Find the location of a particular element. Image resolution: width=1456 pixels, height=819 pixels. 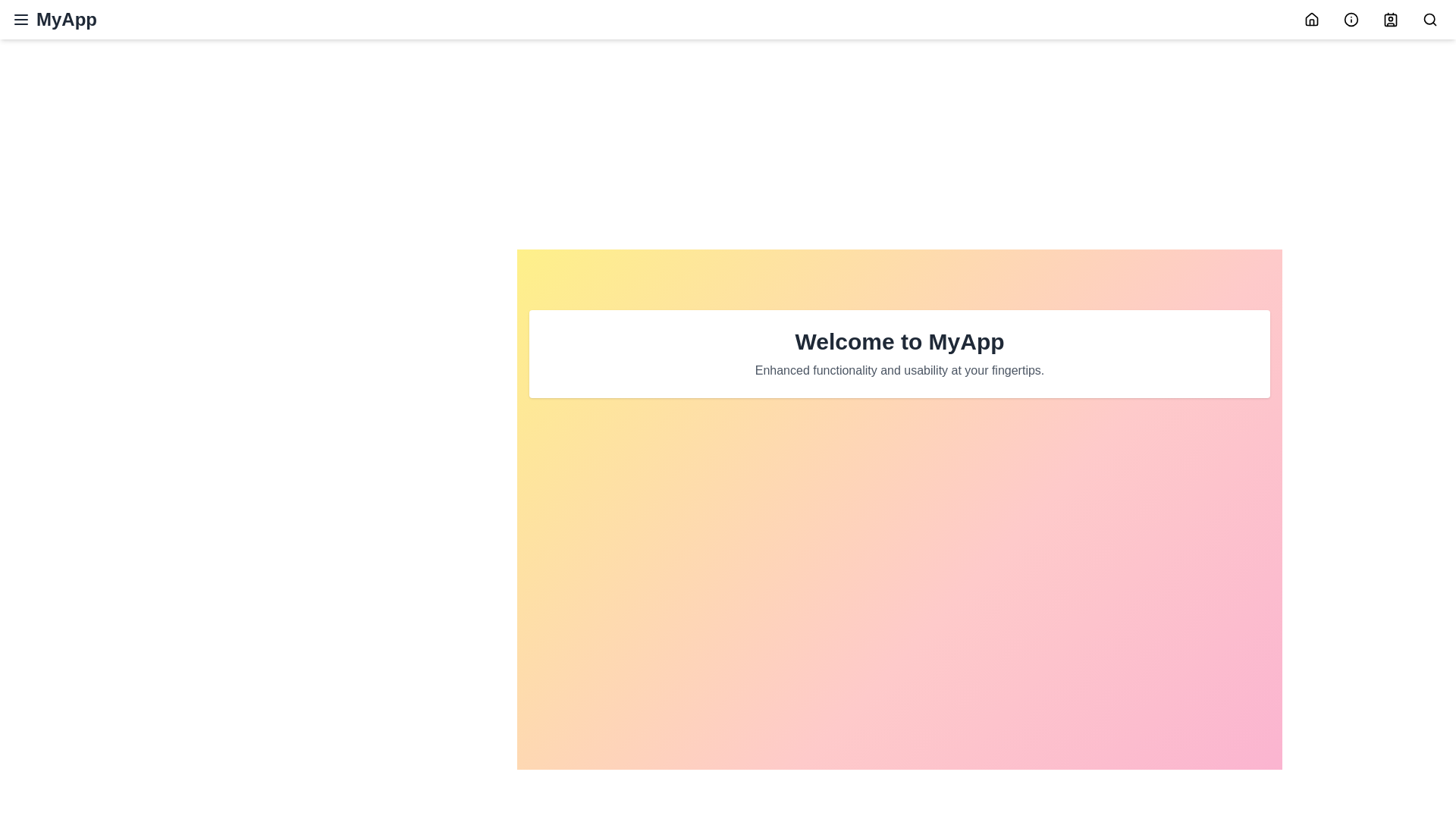

the Info icon in the navigation bar is located at coordinates (1351, 20).